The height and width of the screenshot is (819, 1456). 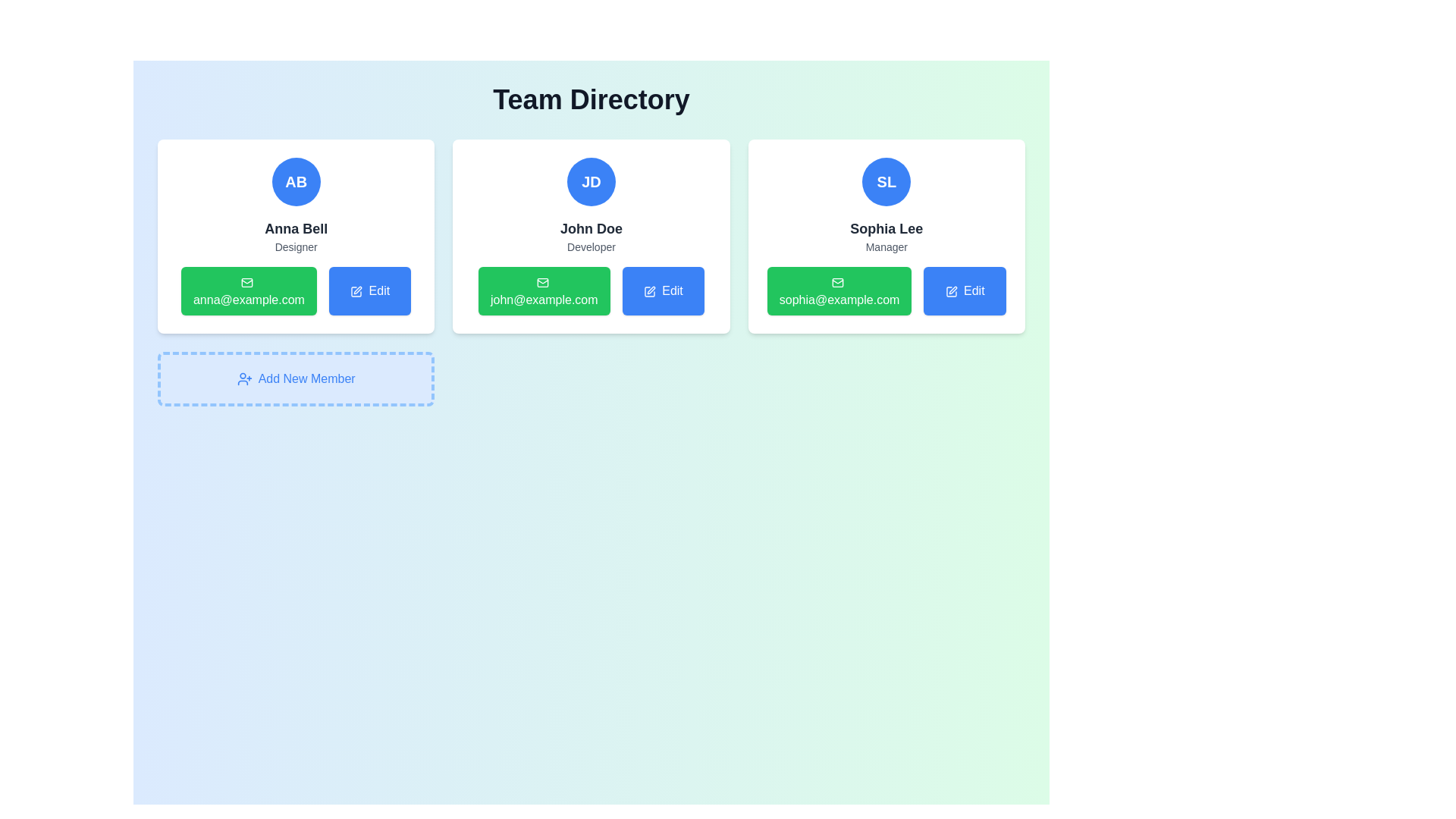 I want to click on the green button labeled 'anna@example.com' within Anna Bell's profile card, so click(x=296, y=291).